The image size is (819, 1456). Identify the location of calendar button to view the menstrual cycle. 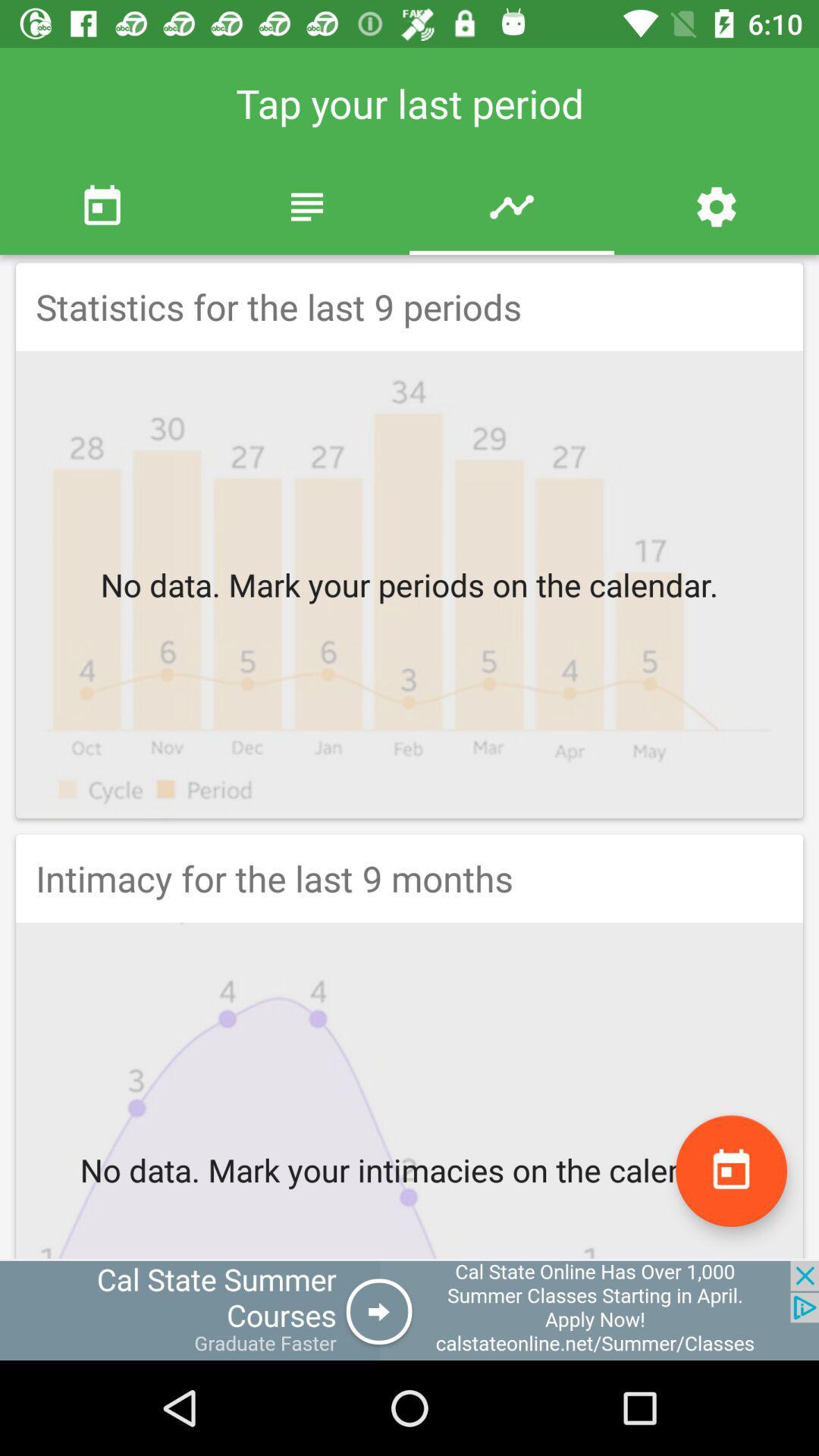
(730, 1170).